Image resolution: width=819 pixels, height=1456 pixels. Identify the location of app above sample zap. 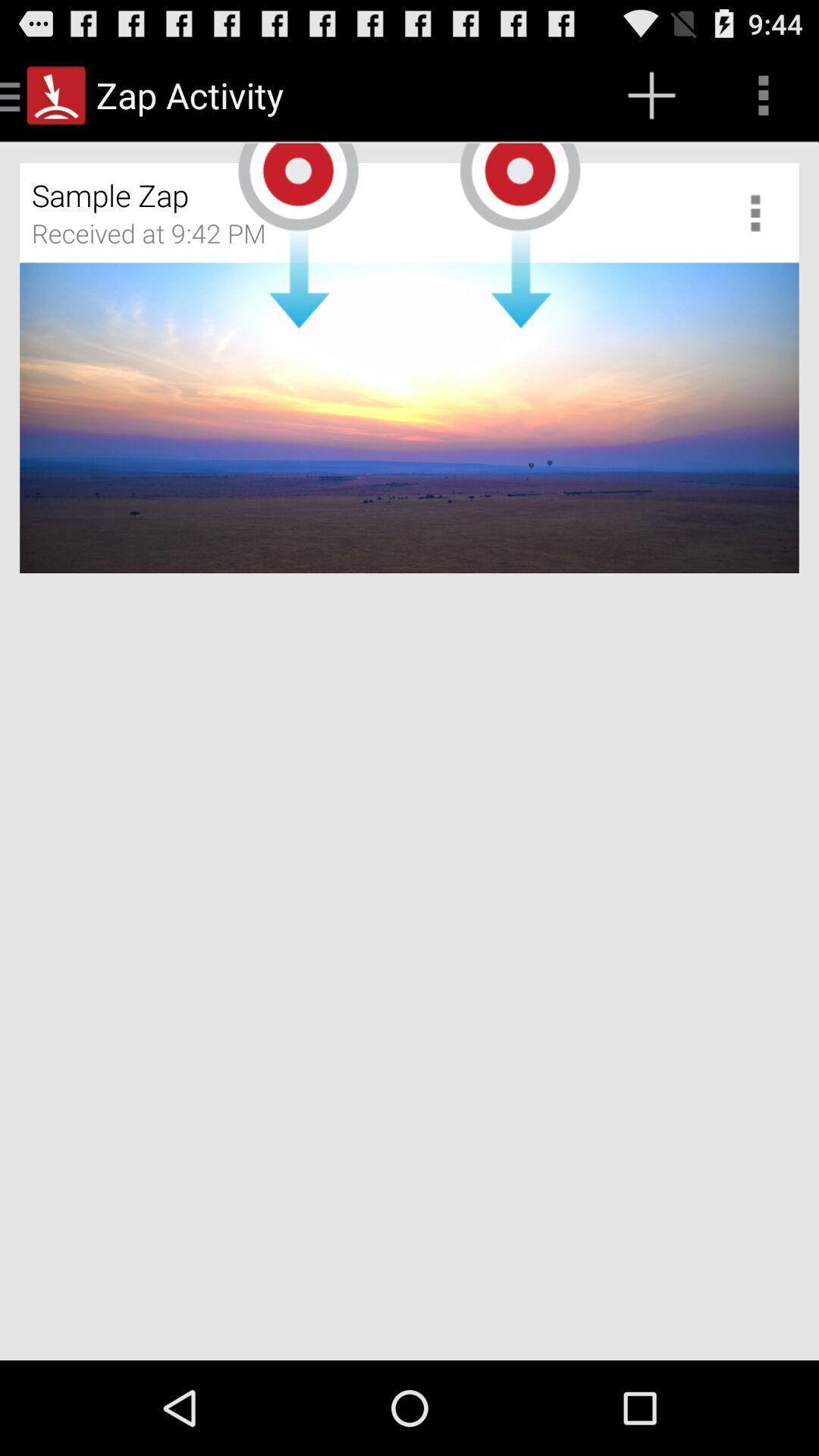
(651, 94).